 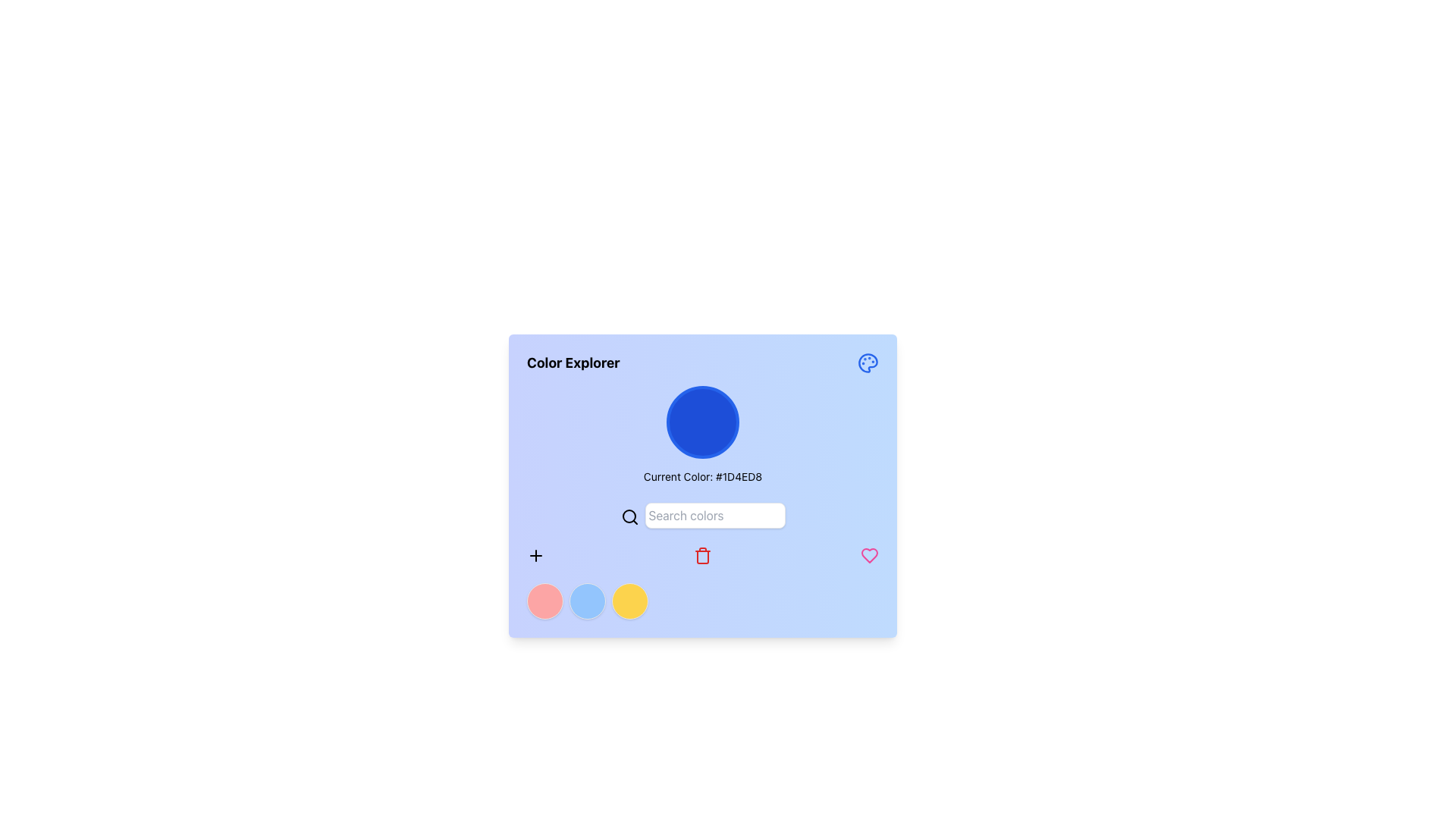 I want to click on the SVG heart icon located at the bottom-right corner of the interface to mark it as a favorite, so click(x=870, y=555).